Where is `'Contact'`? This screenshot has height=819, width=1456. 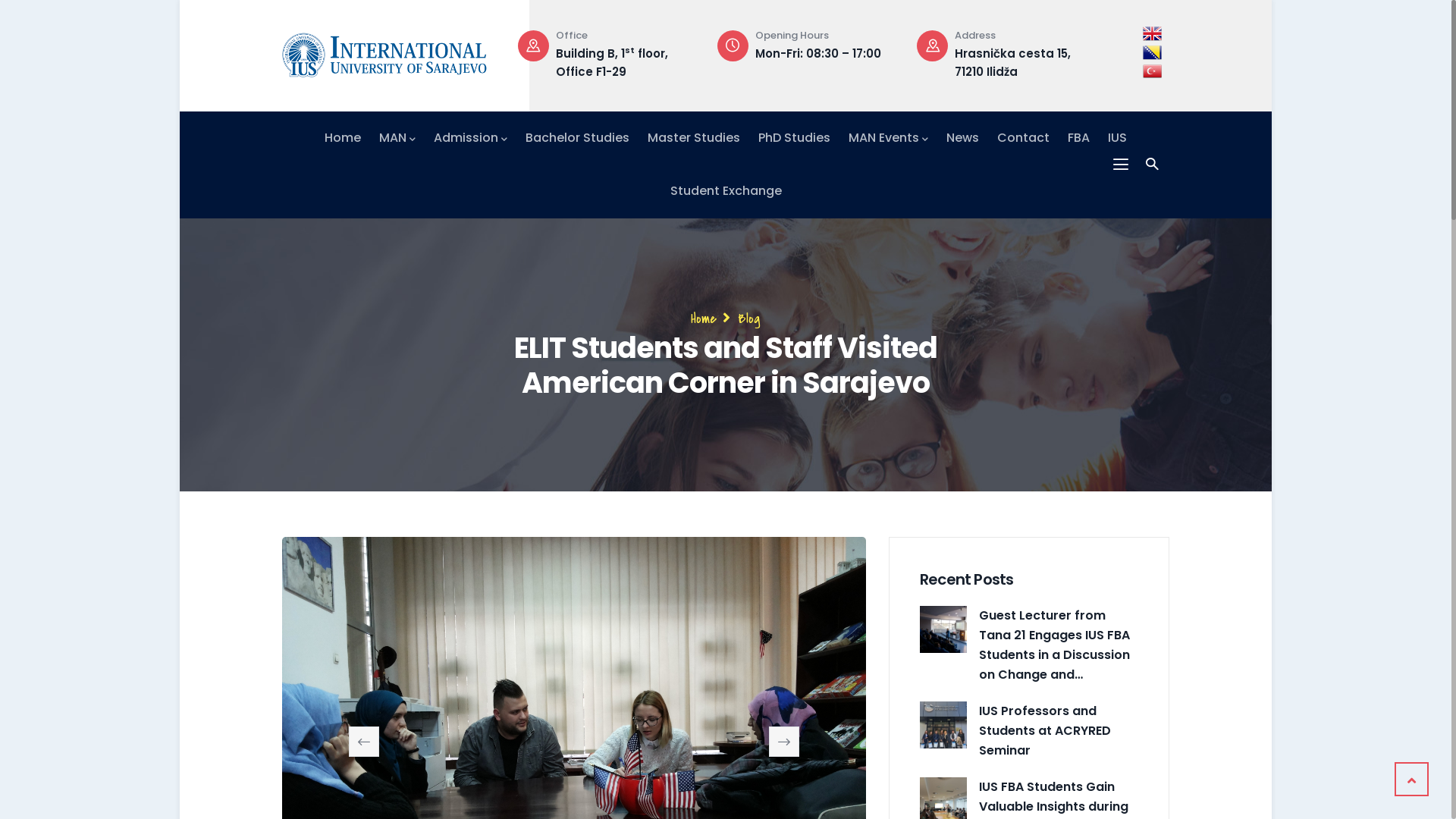
'Contact' is located at coordinates (1023, 137).